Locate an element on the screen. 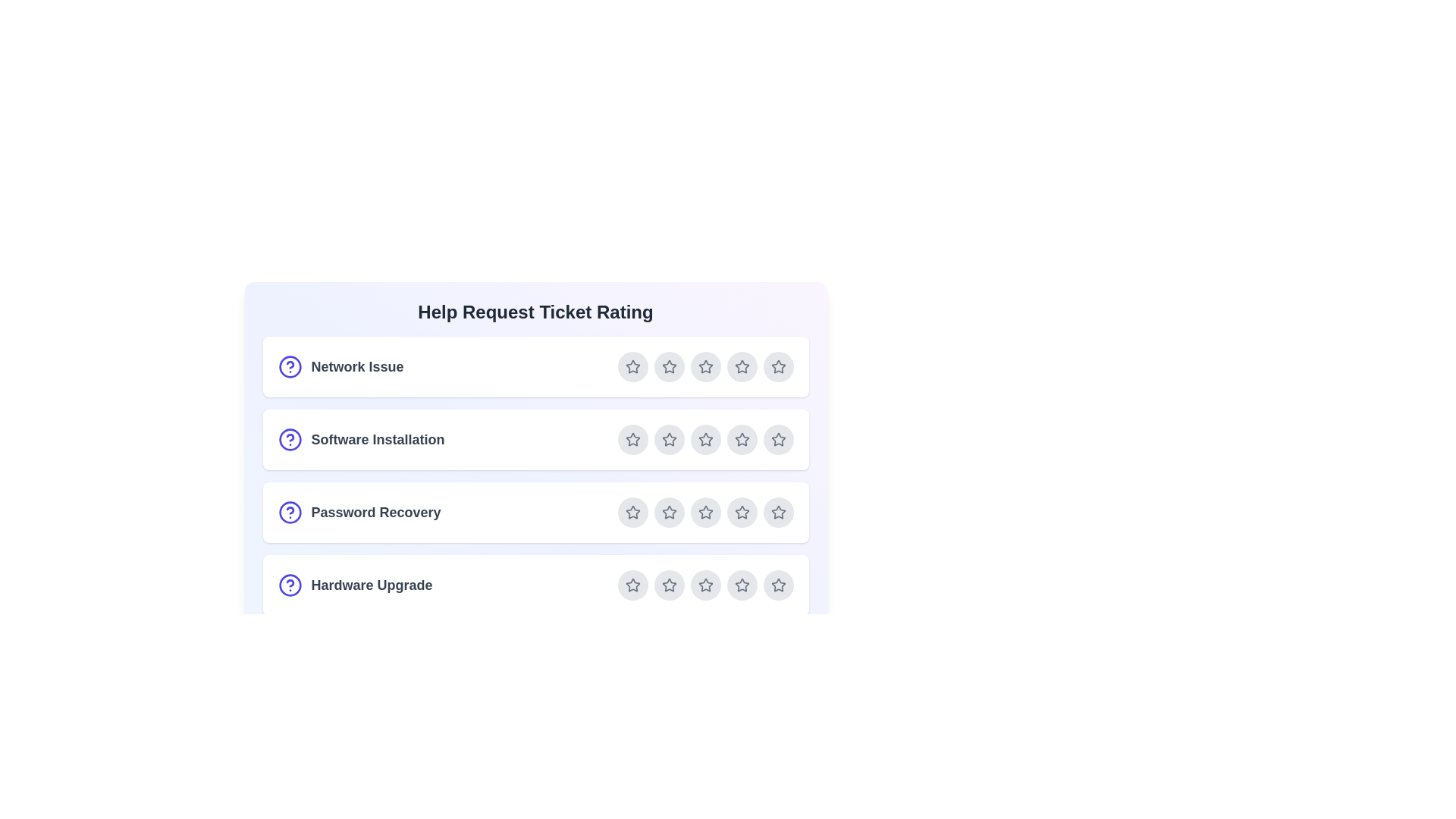 The height and width of the screenshot is (819, 1456). the star corresponding to 1 for the ticket Network Issue is located at coordinates (632, 366).